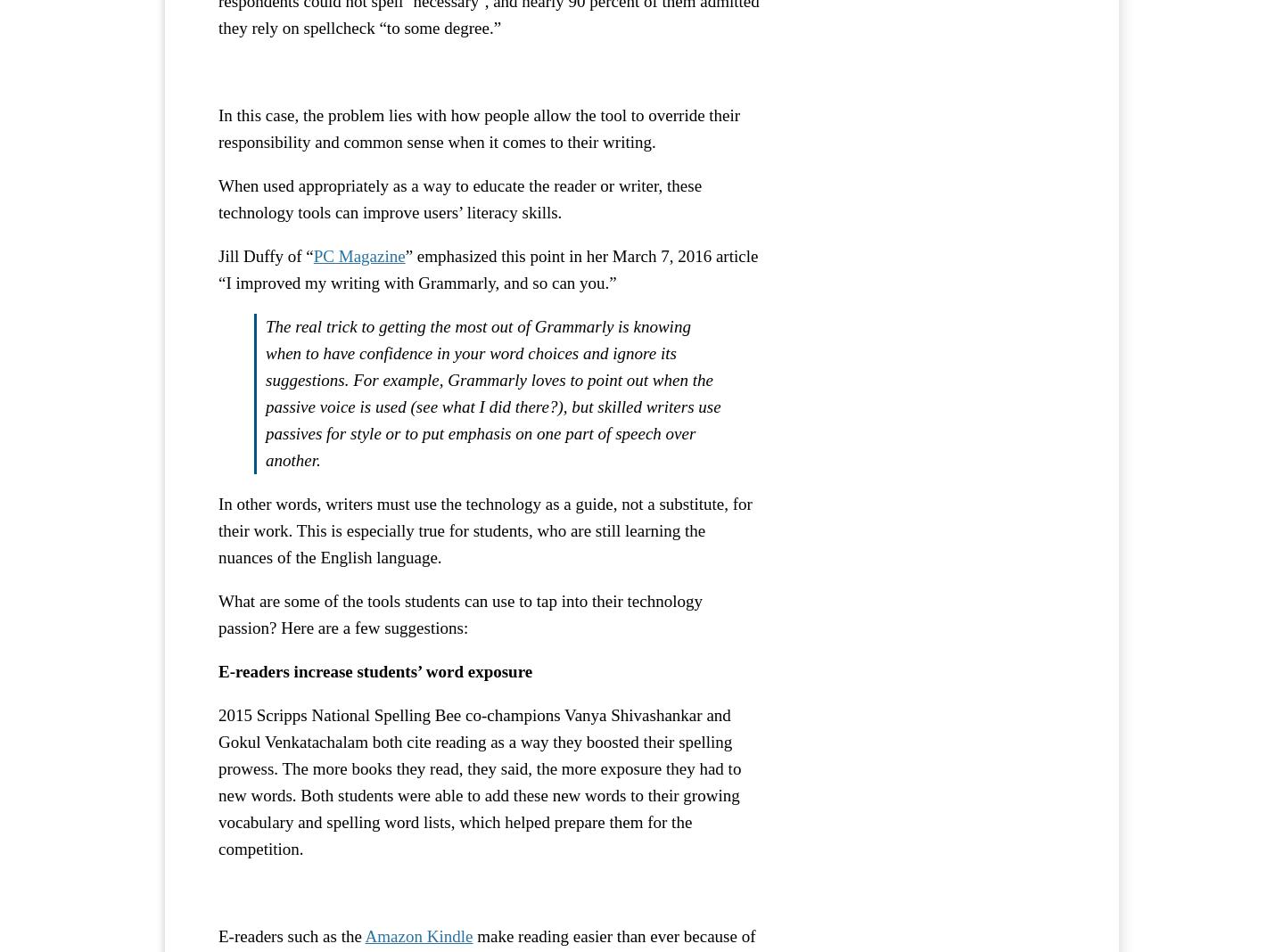 This screenshot has height=952, width=1284. Describe the element at coordinates (478, 780) in the screenshot. I see `'2015 Scripps National Spelling Bee co-champions Vanya Shivashankar and Gokul Venkatachalam both cite reading as a way they boosted their spelling prowess. The more books they read, they said, the more exposure they had to new words. Both students were able to add these new words to their growing vocabulary and spelling word lists, which helped prepare them for the competition.'` at that location.